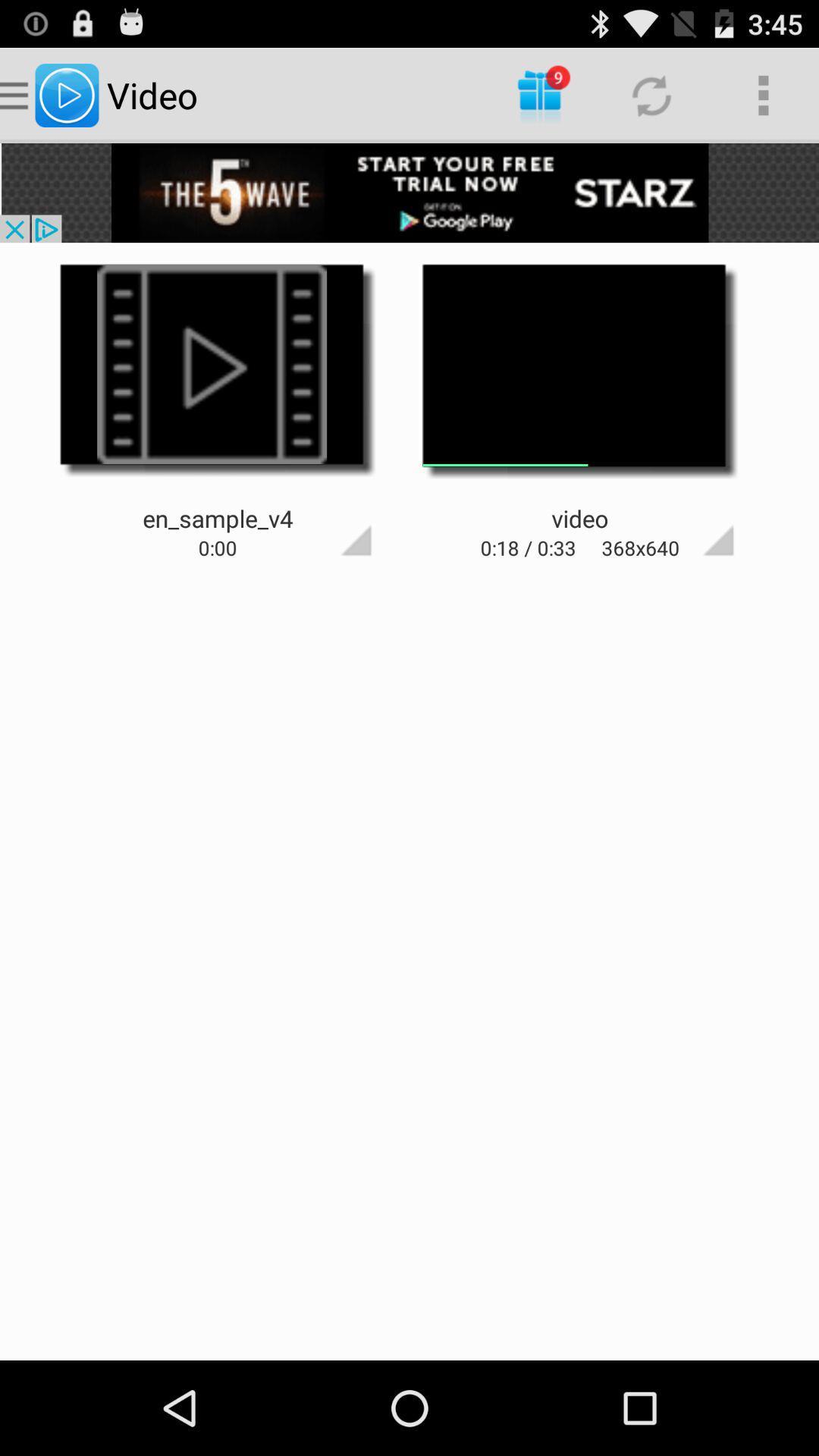 This screenshot has width=819, height=1456. Describe the element at coordinates (691, 513) in the screenshot. I see `expand video button` at that location.